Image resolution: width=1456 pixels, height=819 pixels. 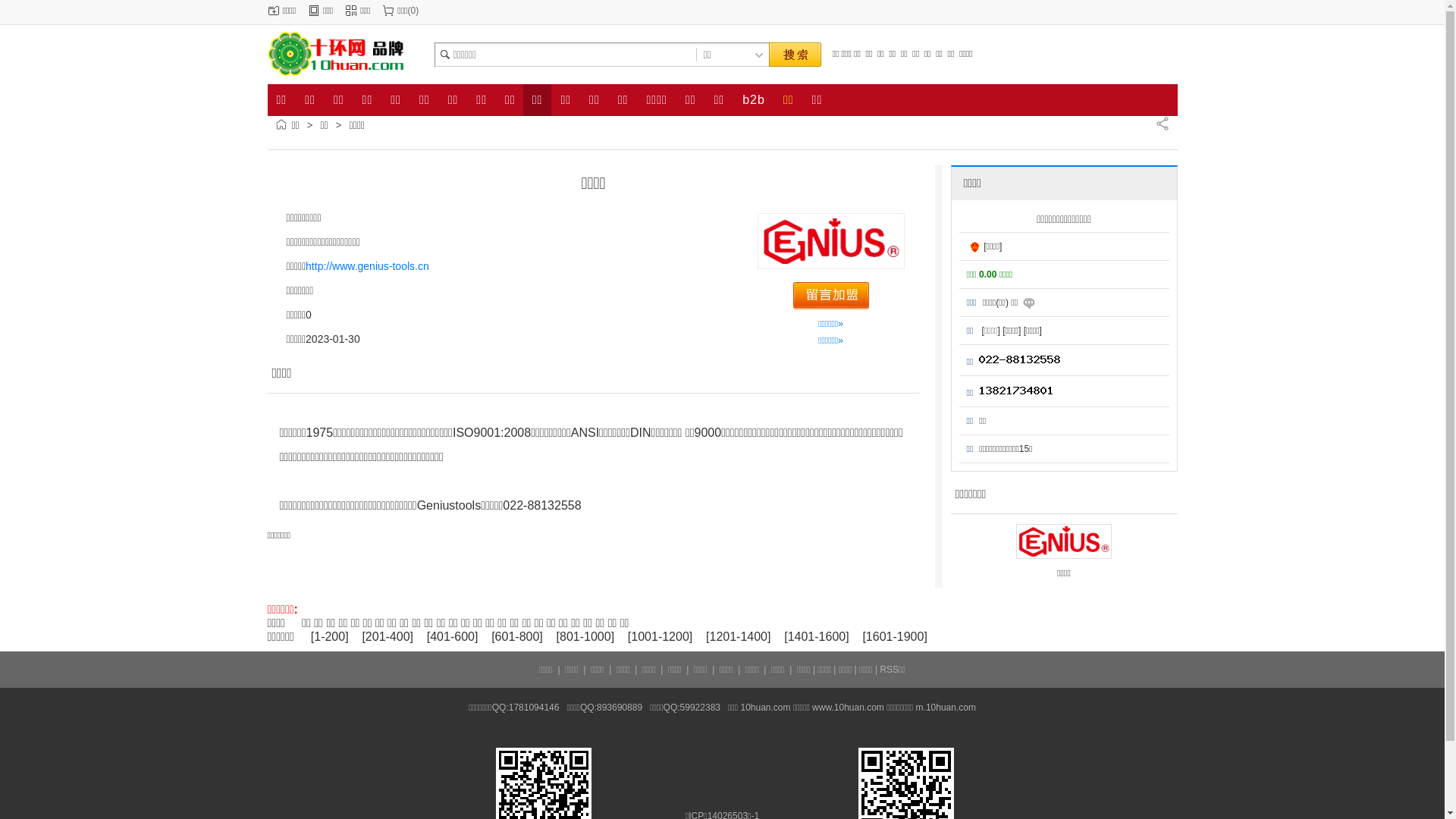 I want to click on 'm.10huan.com', so click(x=945, y=708).